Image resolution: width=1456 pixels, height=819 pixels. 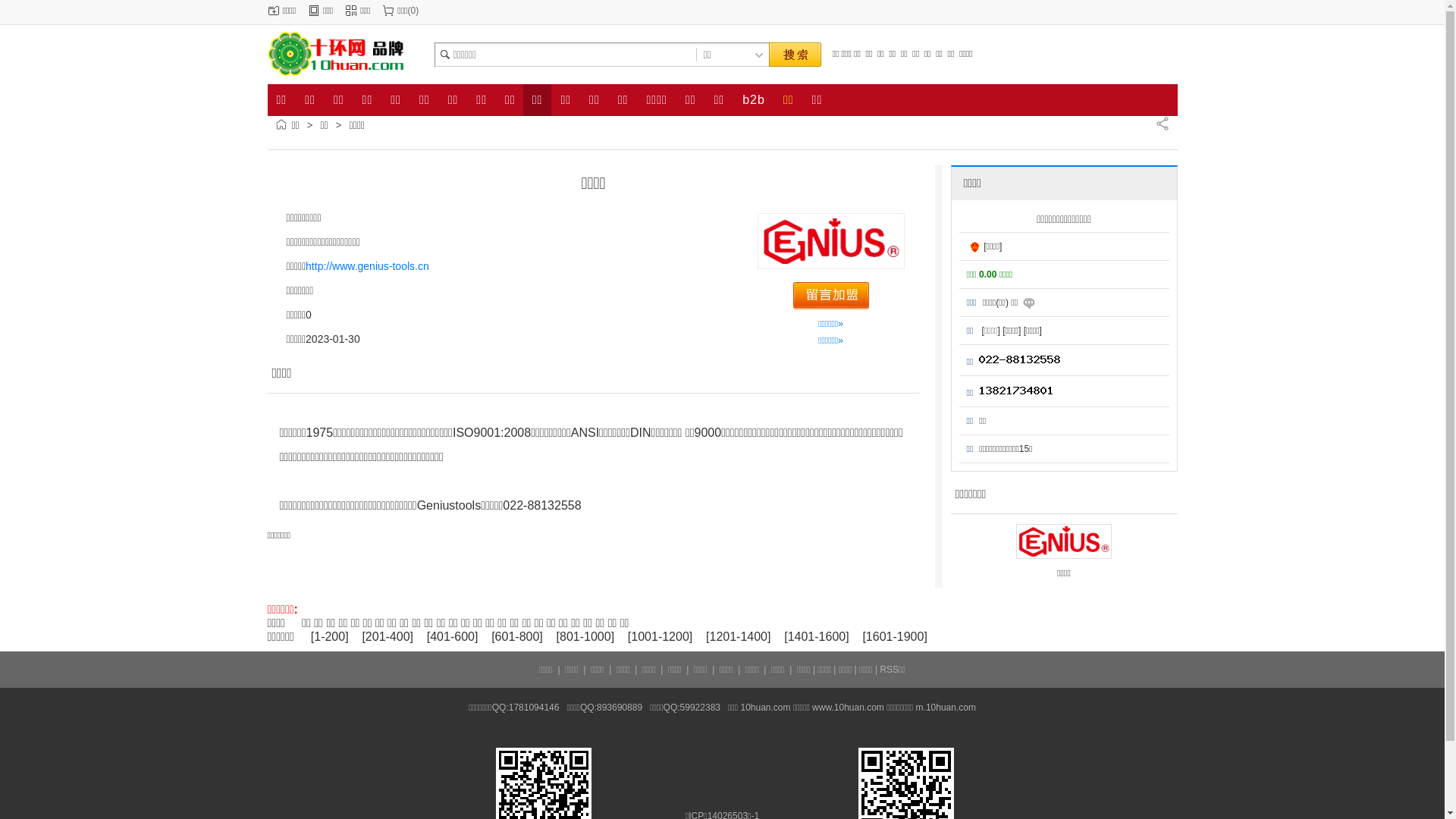 I want to click on 'm.10huan.com', so click(x=945, y=708).